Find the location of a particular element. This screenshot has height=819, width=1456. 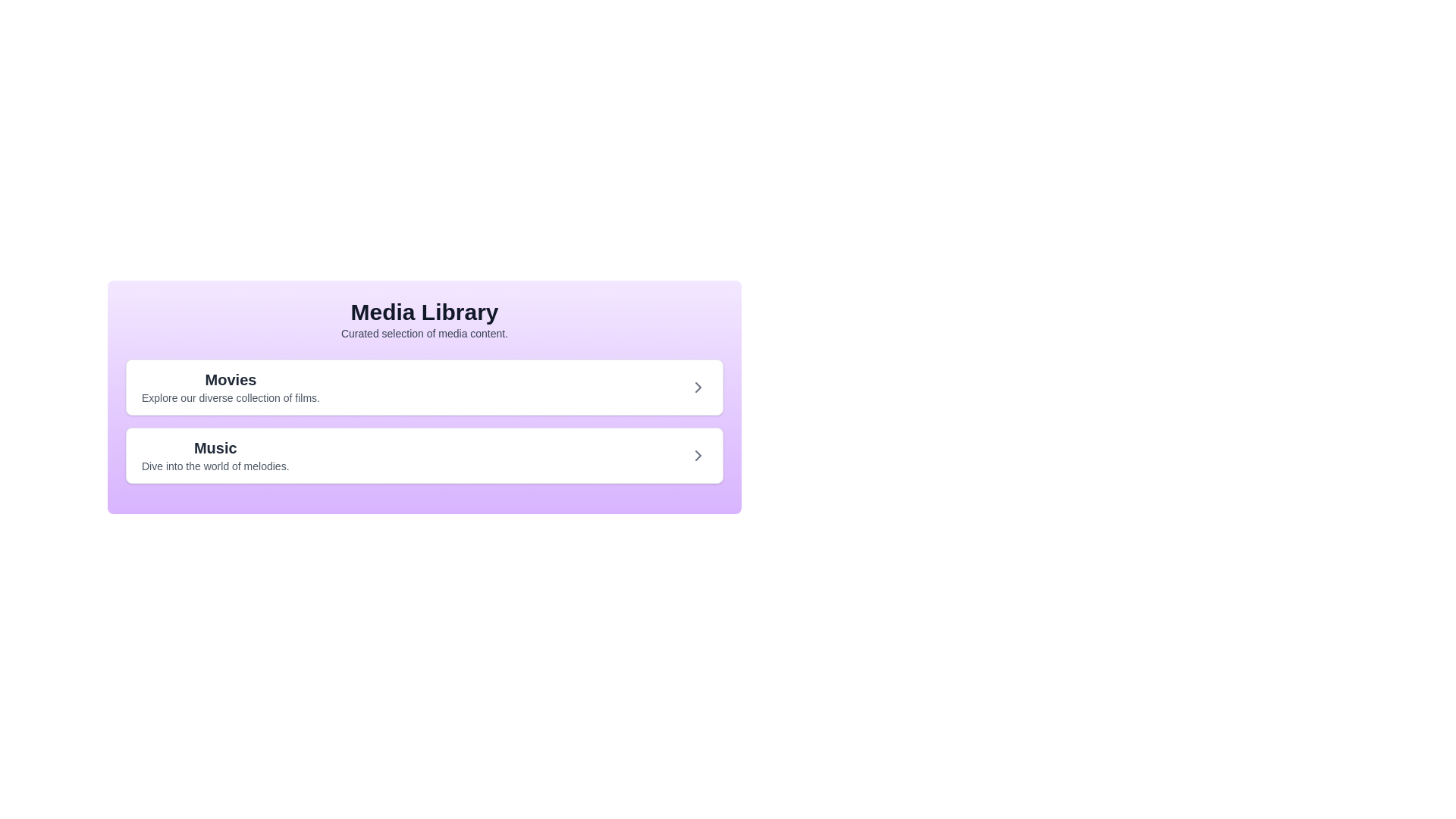

the descriptive text label located below the 'Media Library' title, which provides context for the 'Media Library' section is located at coordinates (425, 332).